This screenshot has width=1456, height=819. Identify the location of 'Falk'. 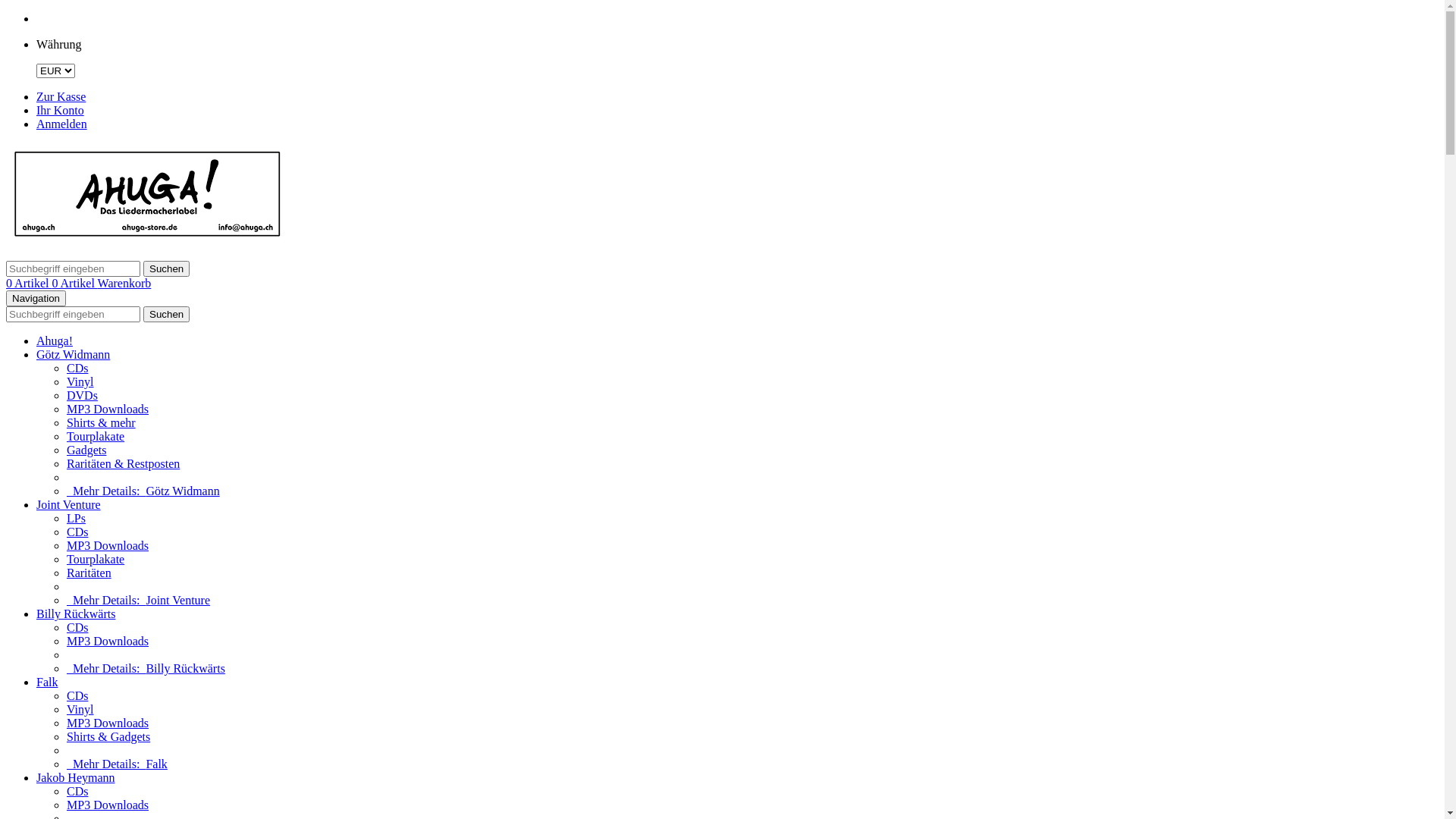
(47, 681).